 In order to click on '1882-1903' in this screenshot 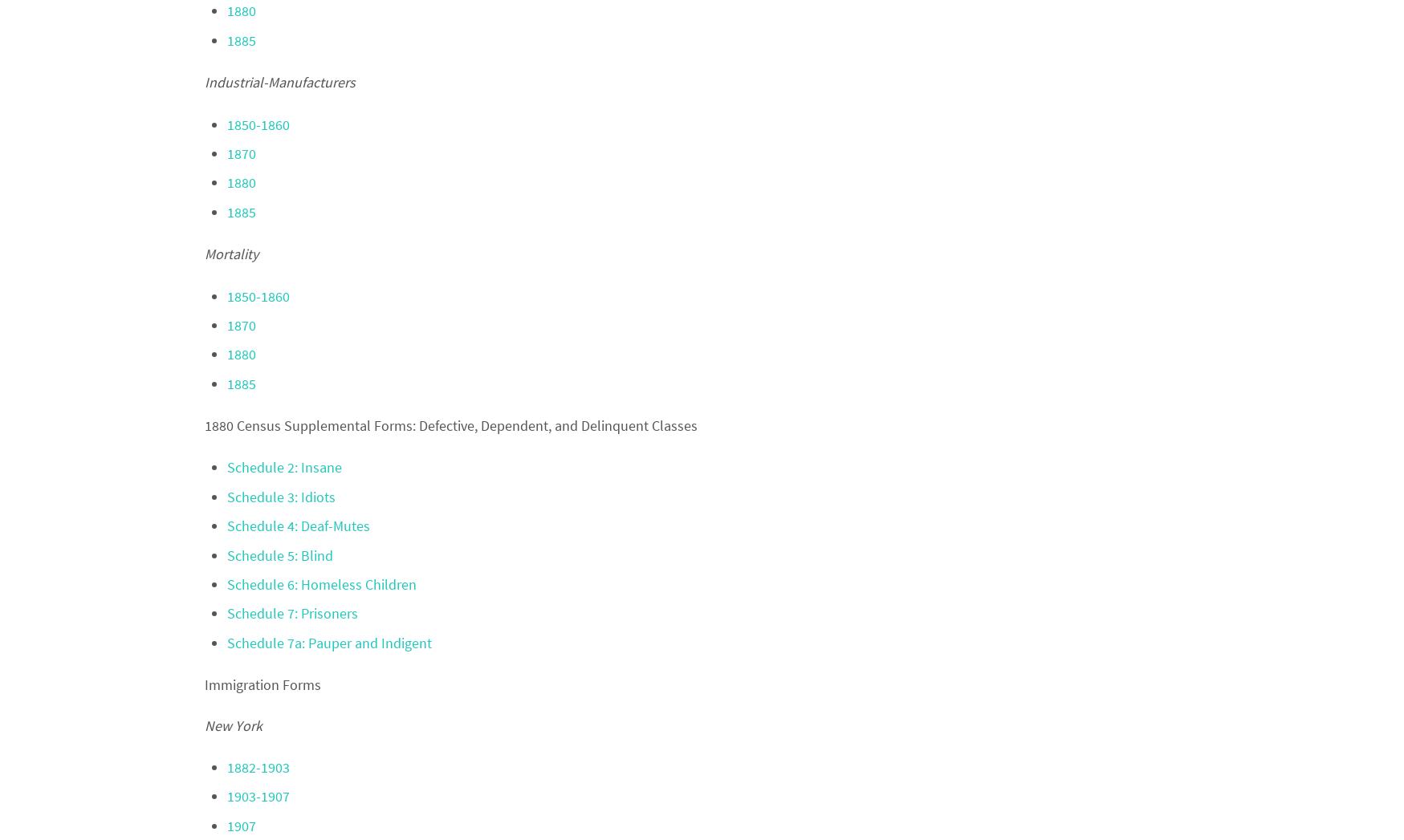, I will do `click(257, 765)`.